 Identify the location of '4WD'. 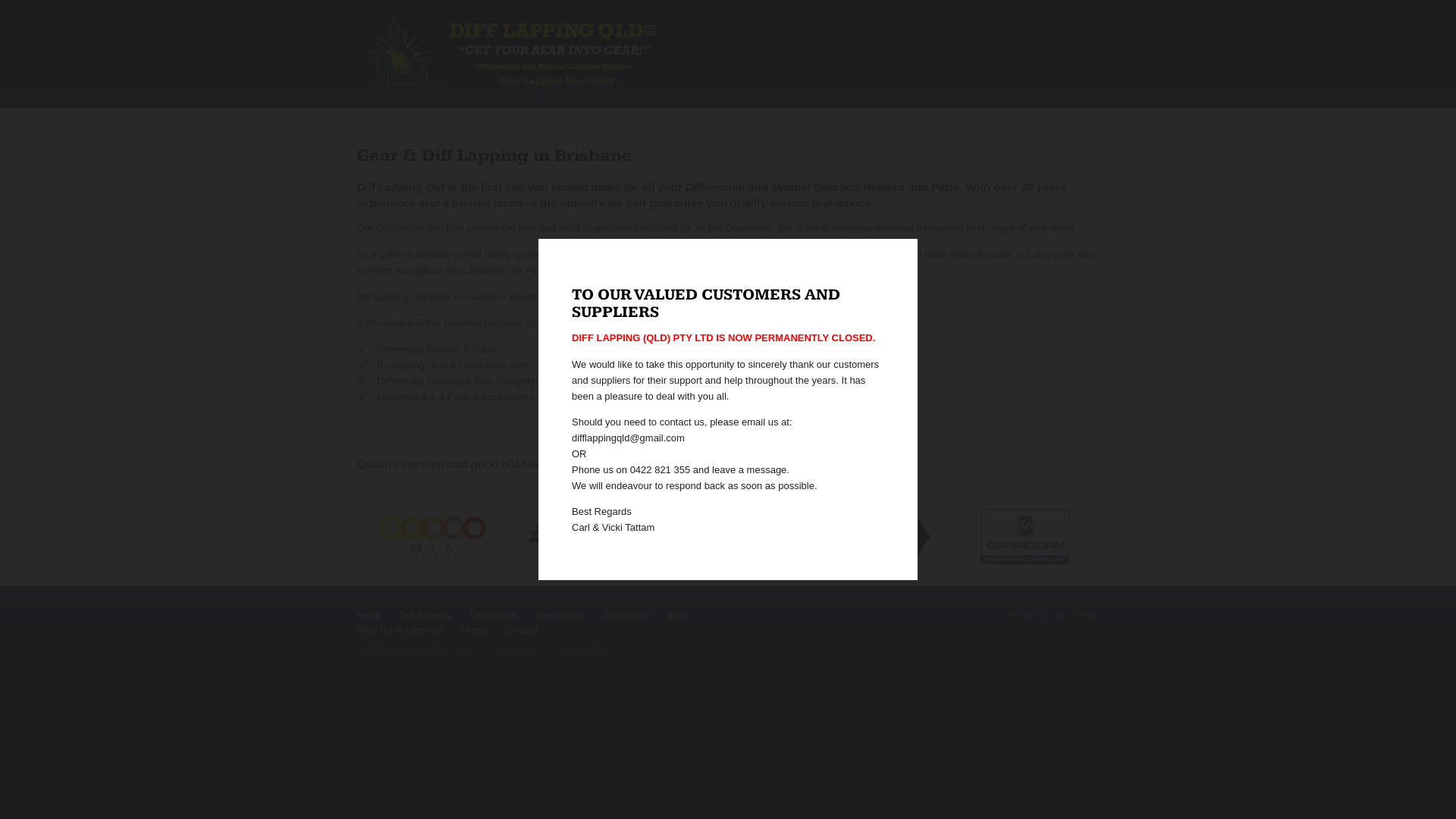
(677, 616).